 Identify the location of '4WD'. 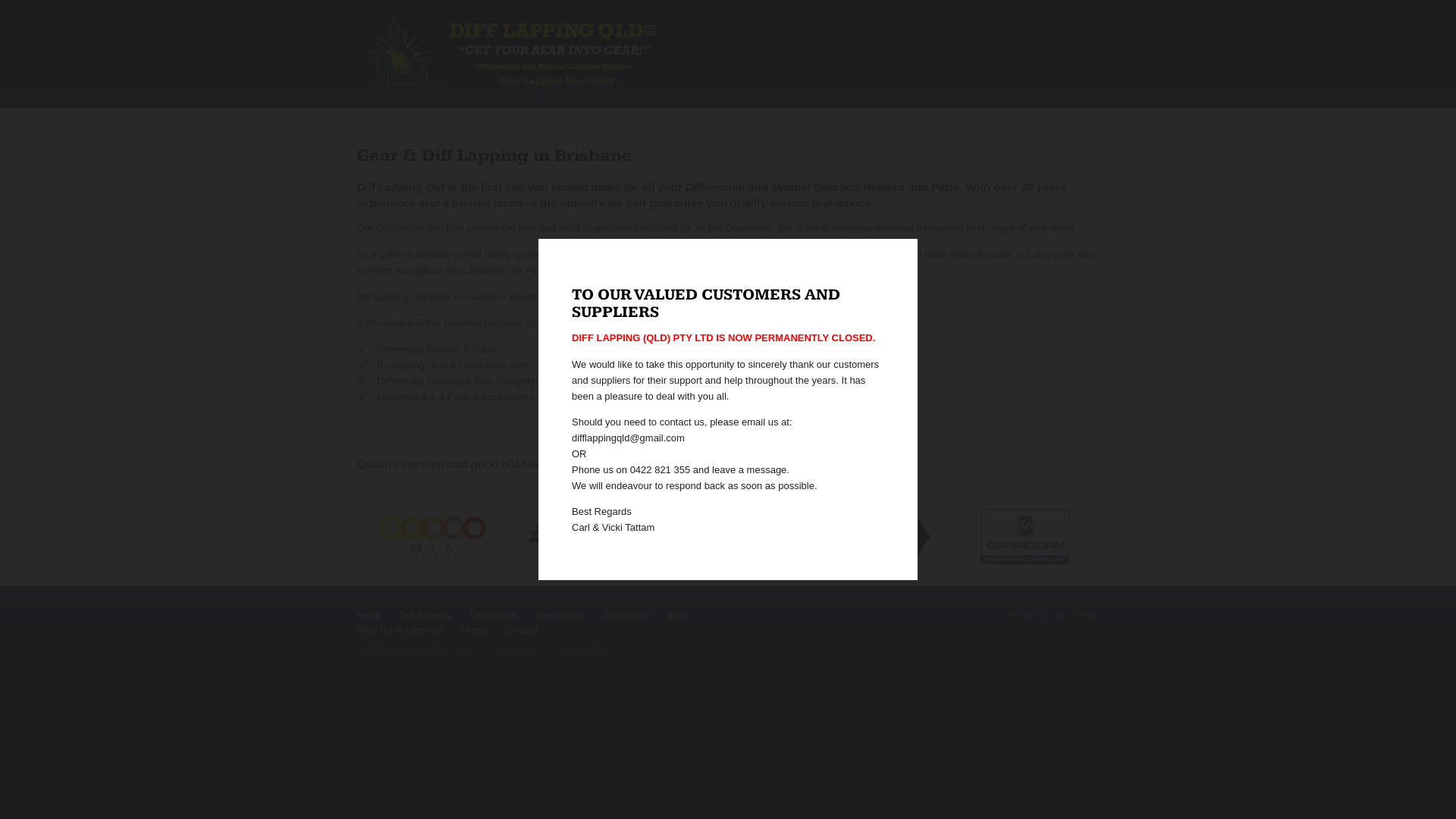
(677, 616).